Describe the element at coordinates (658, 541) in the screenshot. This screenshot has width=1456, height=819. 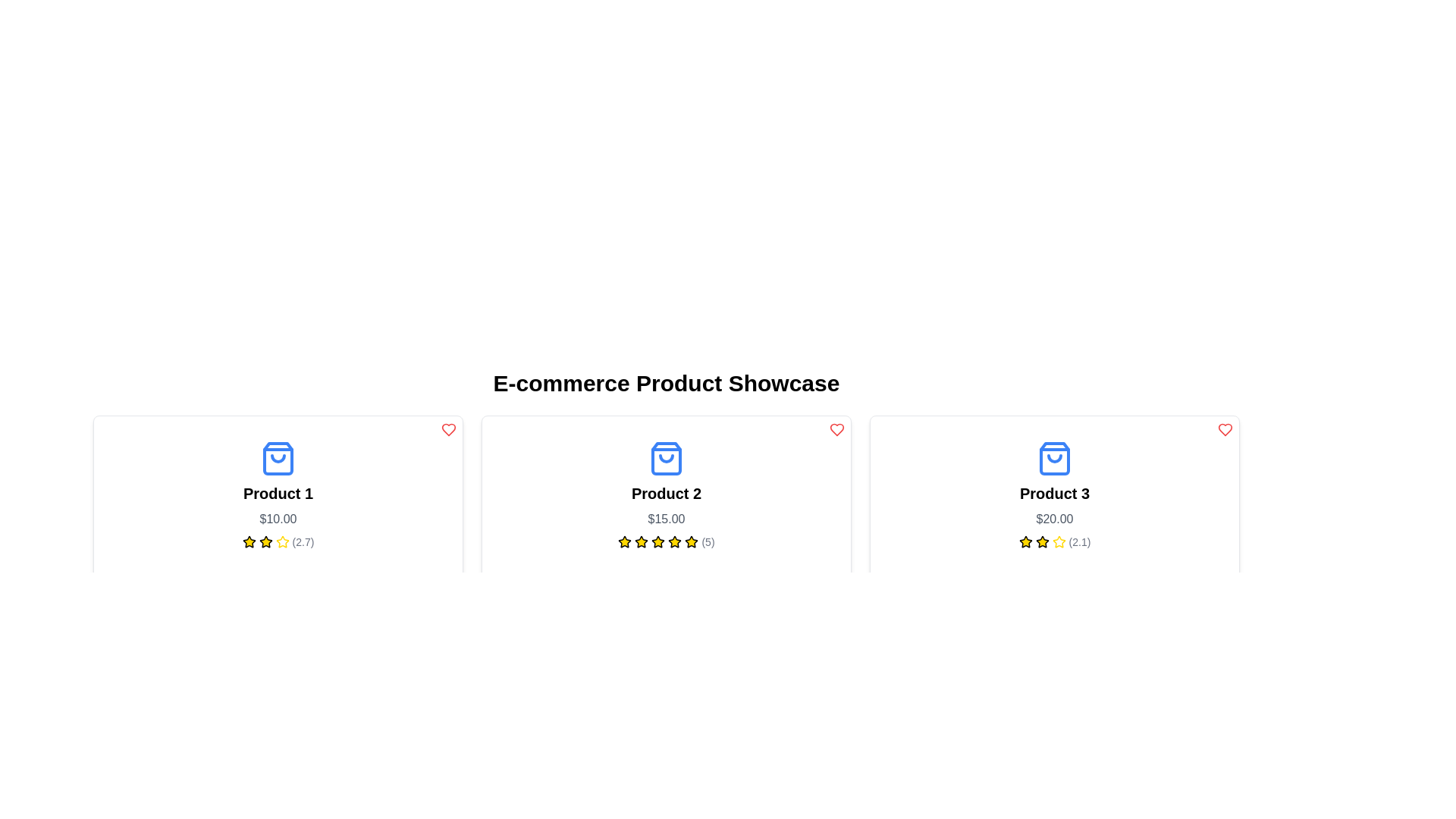
I see `the fifth star icon indicating the rating level under the 'Product 2' section` at that location.